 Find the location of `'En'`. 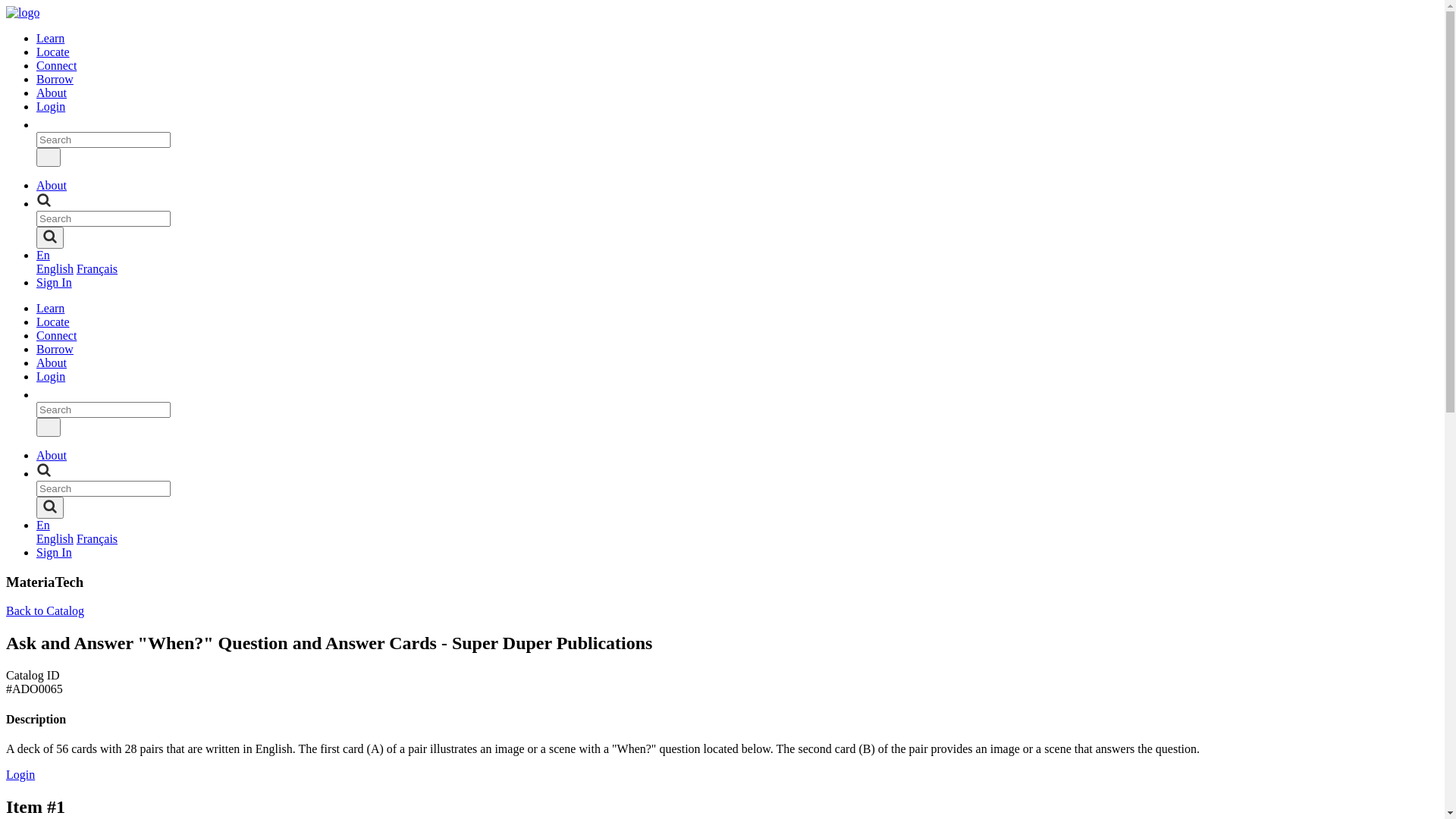

'En' is located at coordinates (36, 254).